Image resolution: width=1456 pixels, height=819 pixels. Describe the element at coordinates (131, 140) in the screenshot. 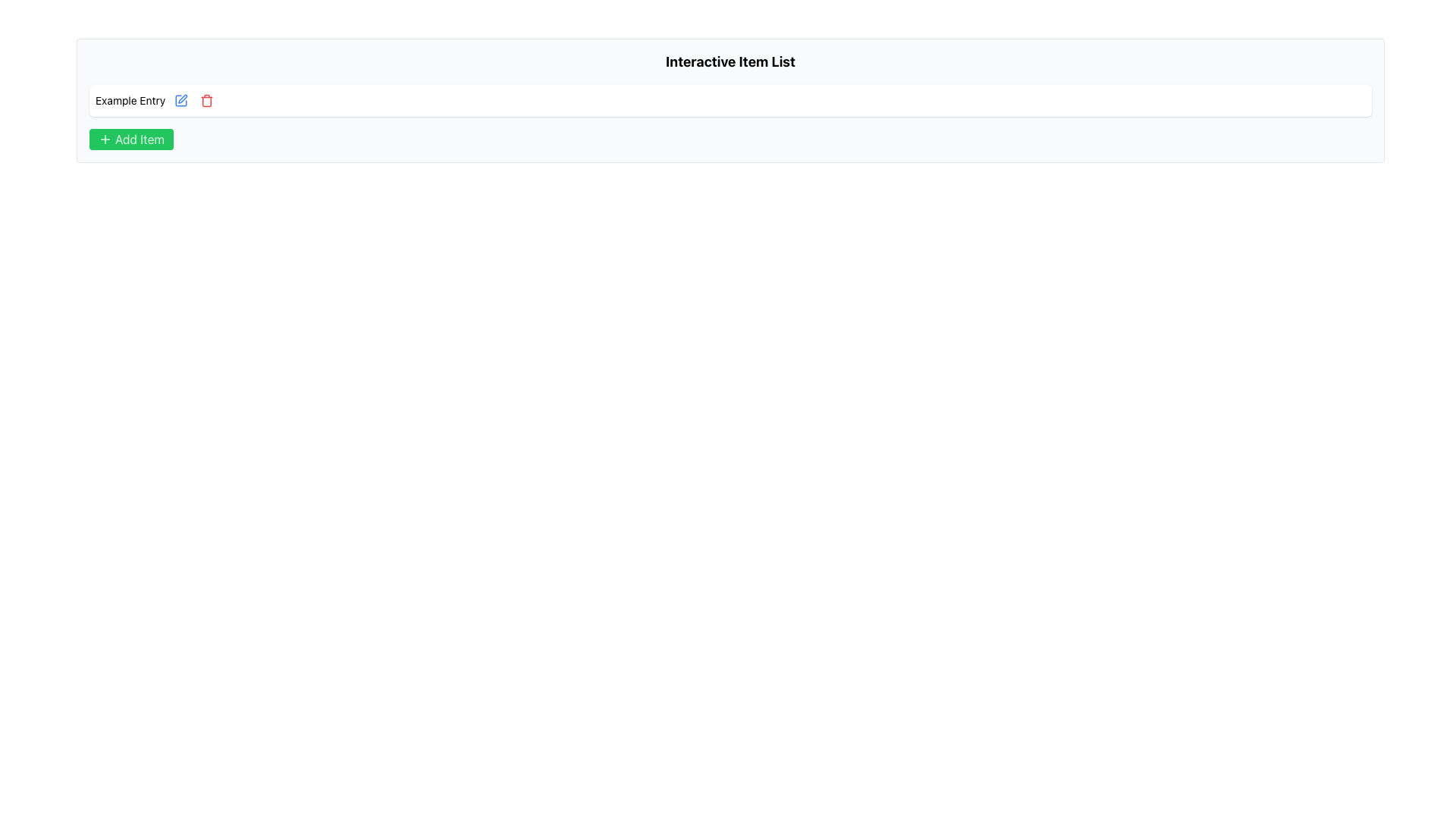

I see `the 'Add Item' button located below the 'Example Entry' item in the 'Interactive Item List' panel` at that location.